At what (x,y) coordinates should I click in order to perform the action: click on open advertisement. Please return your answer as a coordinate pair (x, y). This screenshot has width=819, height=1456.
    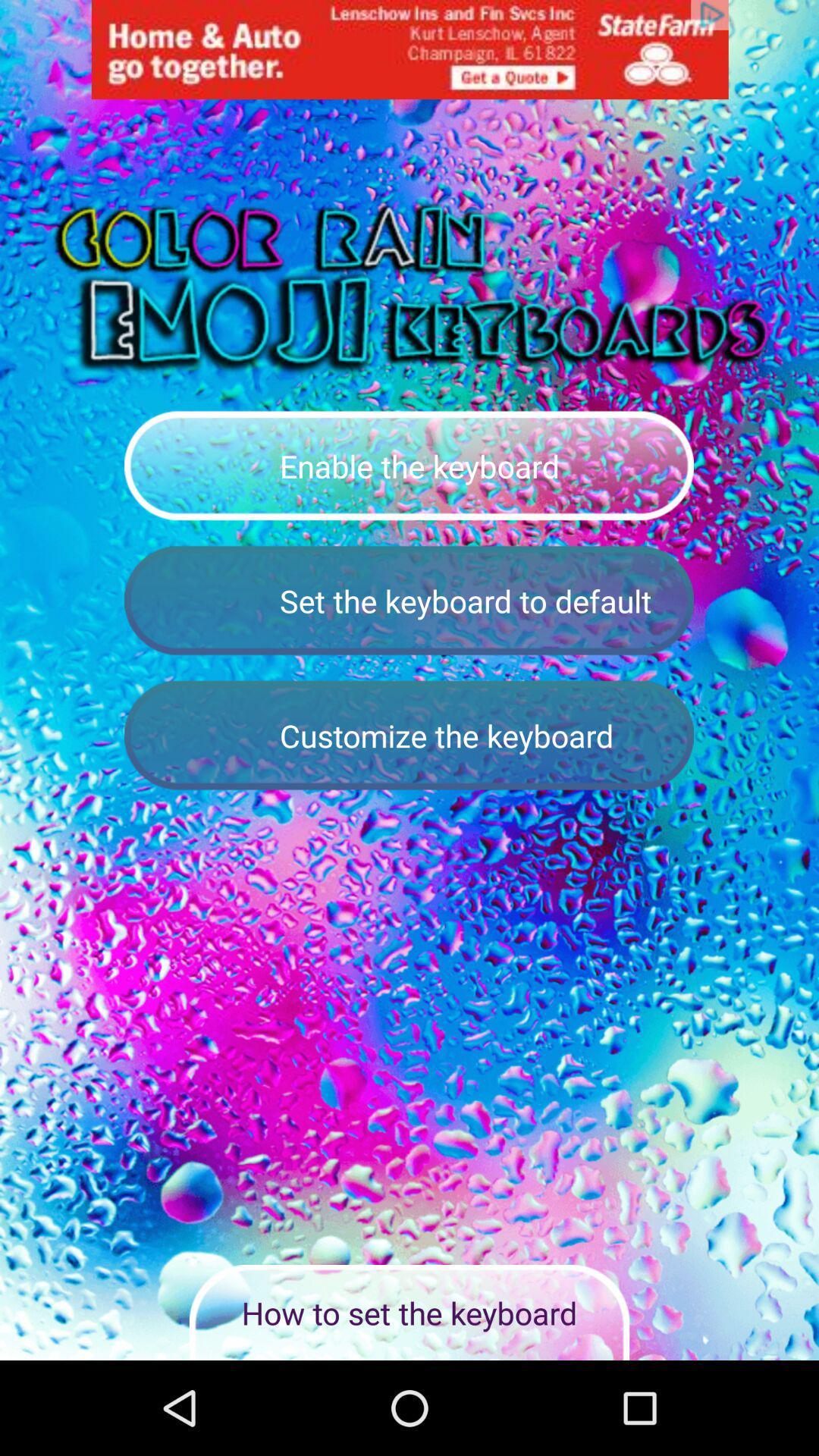
    Looking at the image, I should click on (409, 49).